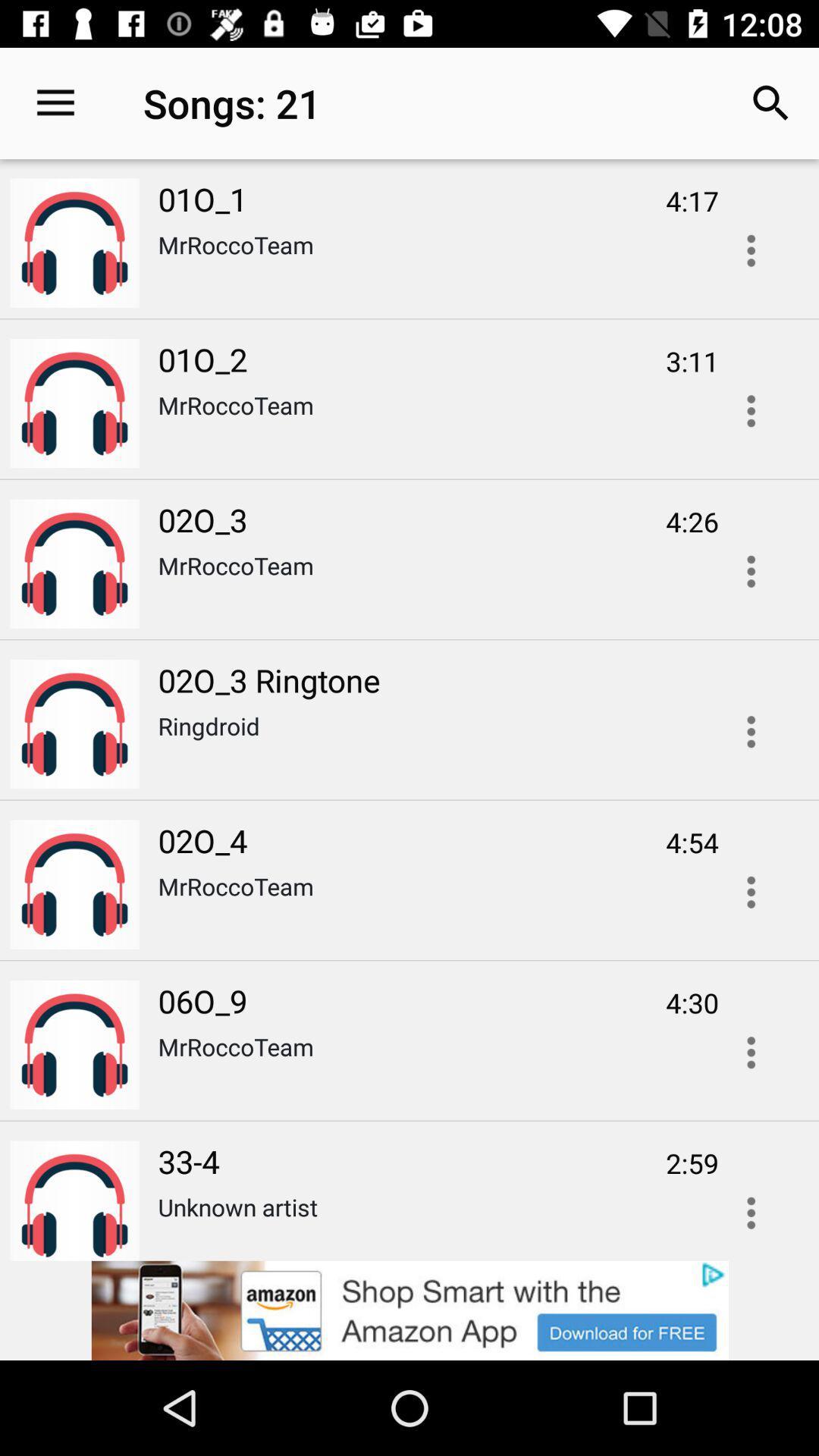 This screenshot has width=819, height=1456. I want to click on overflow menu, so click(751, 411).